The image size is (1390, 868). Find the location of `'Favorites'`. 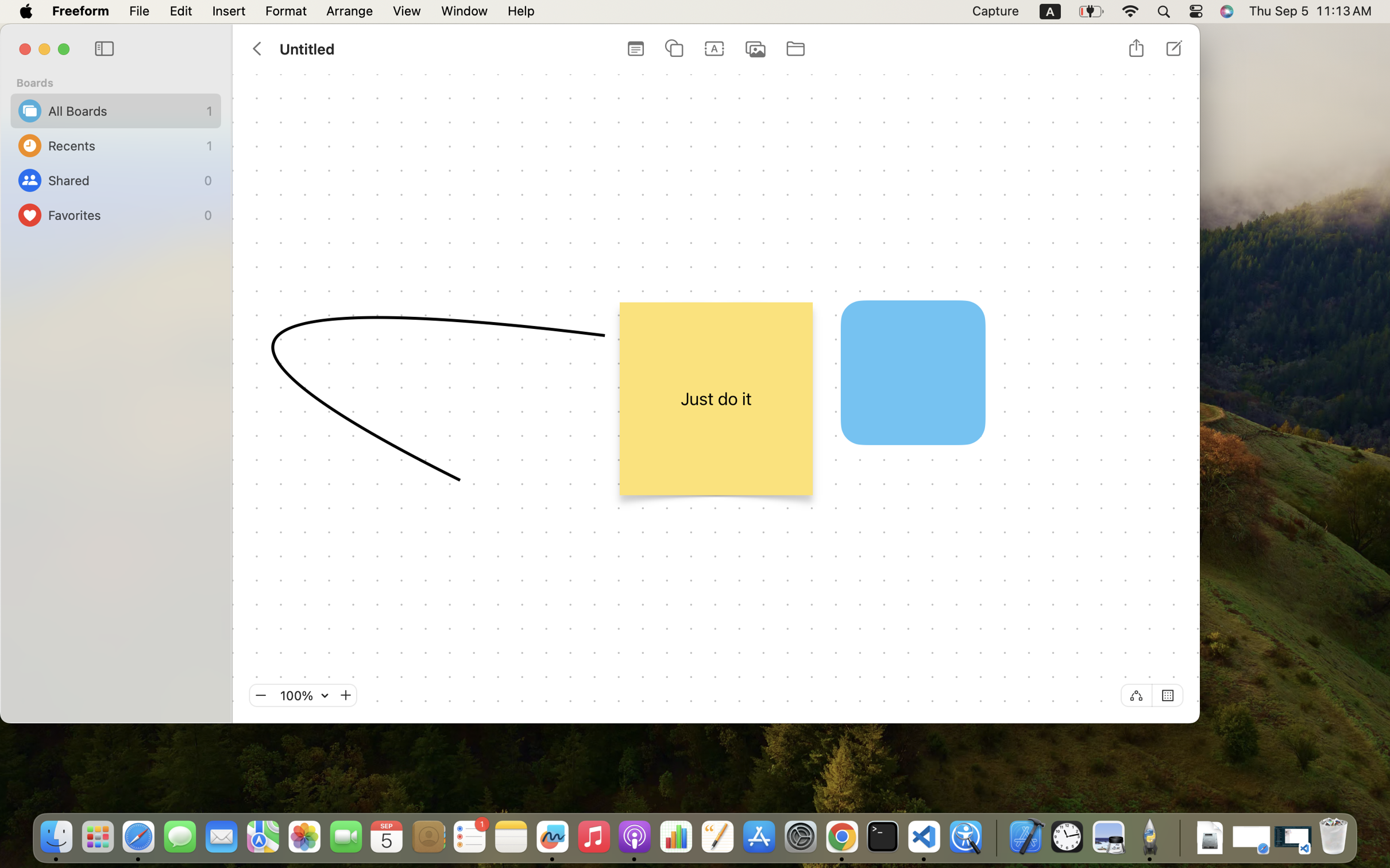

'Favorites' is located at coordinates (123, 215).